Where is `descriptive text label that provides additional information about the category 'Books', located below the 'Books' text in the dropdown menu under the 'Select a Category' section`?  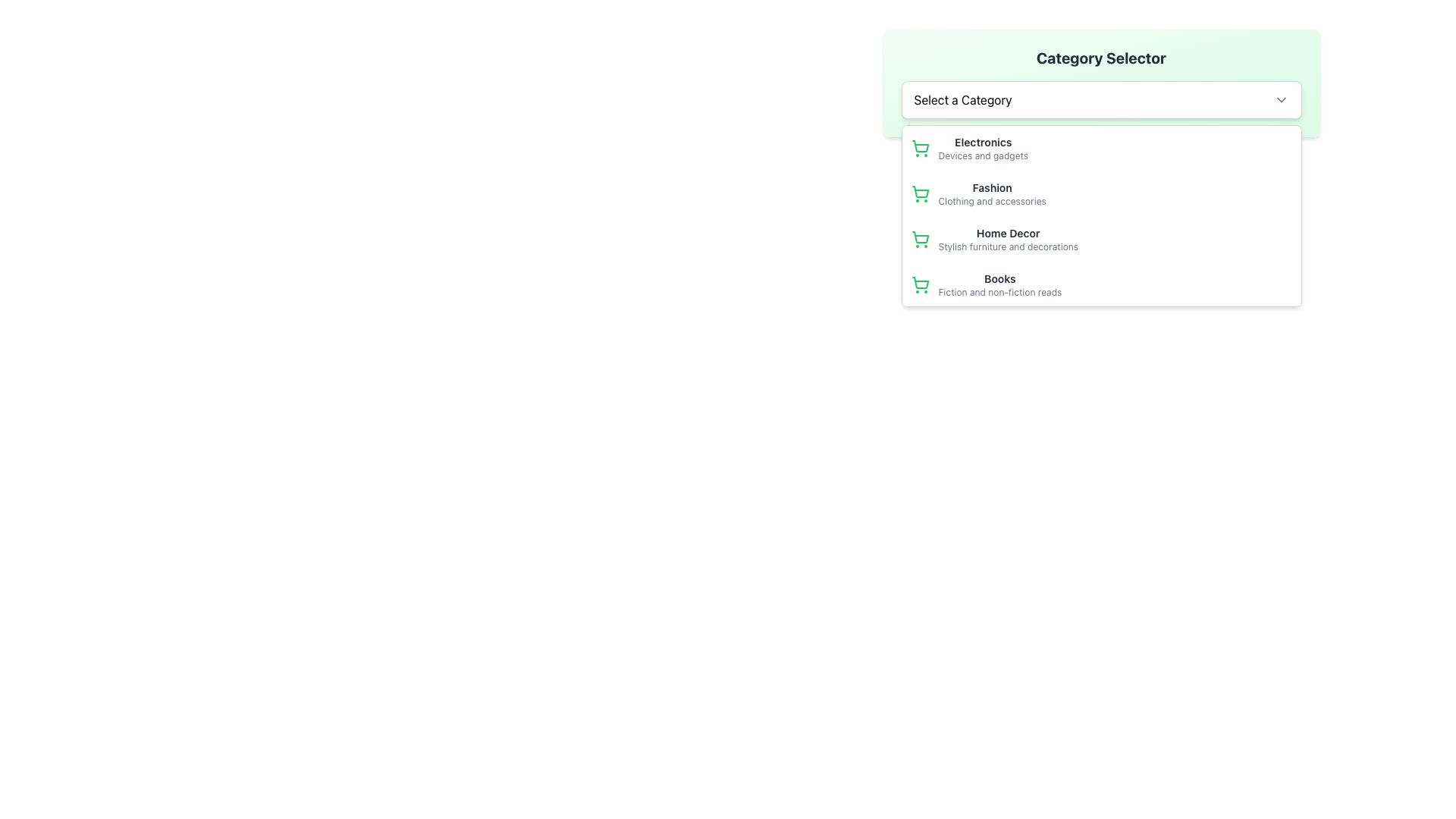 descriptive text label that provides additional information about the category 'Books', located below the 'Books' text in the dropdown menu under the 'Select a Category' section is located at coordinates (999, 292).